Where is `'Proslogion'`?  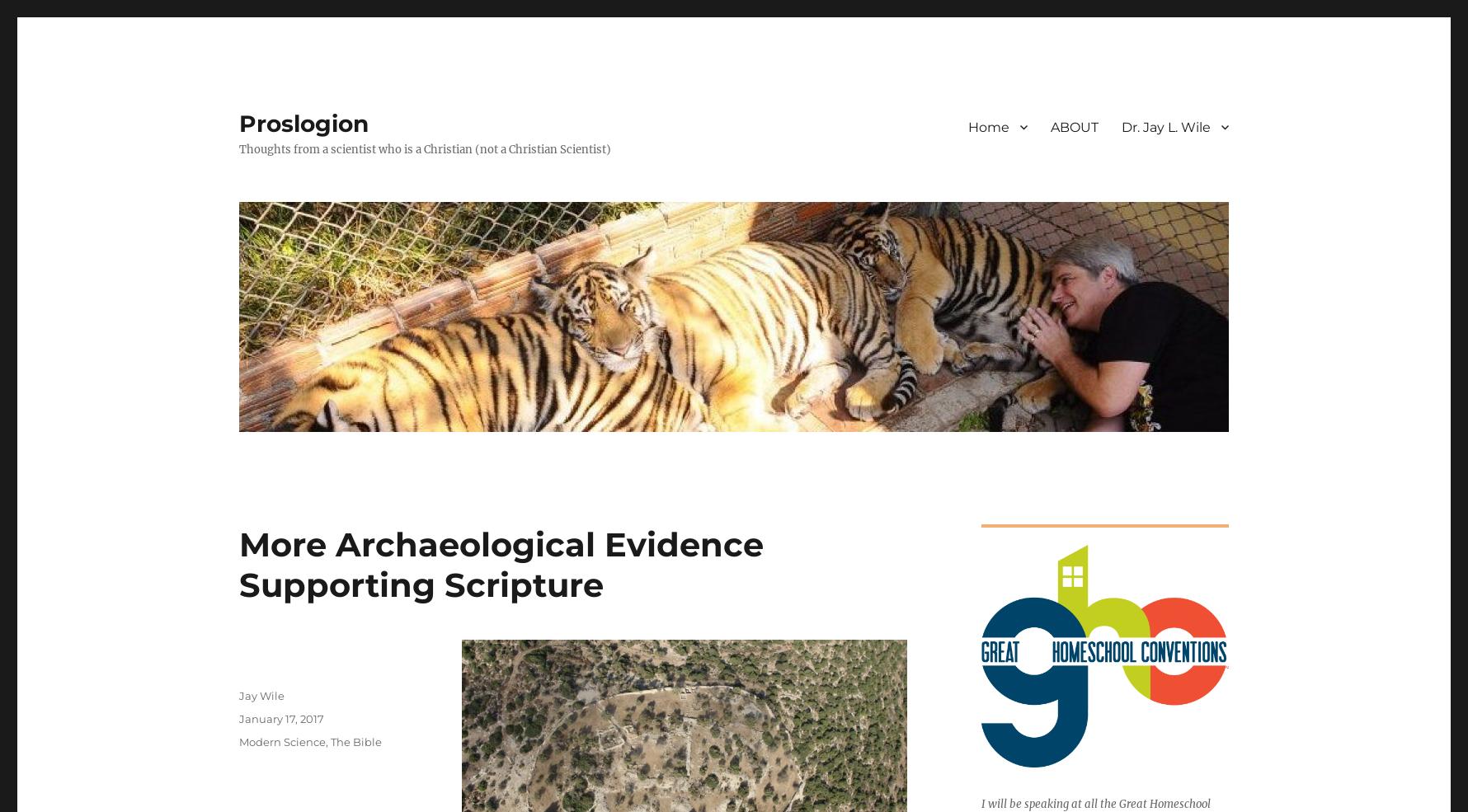
'Proslogion' is located at coordinates (238, 124).